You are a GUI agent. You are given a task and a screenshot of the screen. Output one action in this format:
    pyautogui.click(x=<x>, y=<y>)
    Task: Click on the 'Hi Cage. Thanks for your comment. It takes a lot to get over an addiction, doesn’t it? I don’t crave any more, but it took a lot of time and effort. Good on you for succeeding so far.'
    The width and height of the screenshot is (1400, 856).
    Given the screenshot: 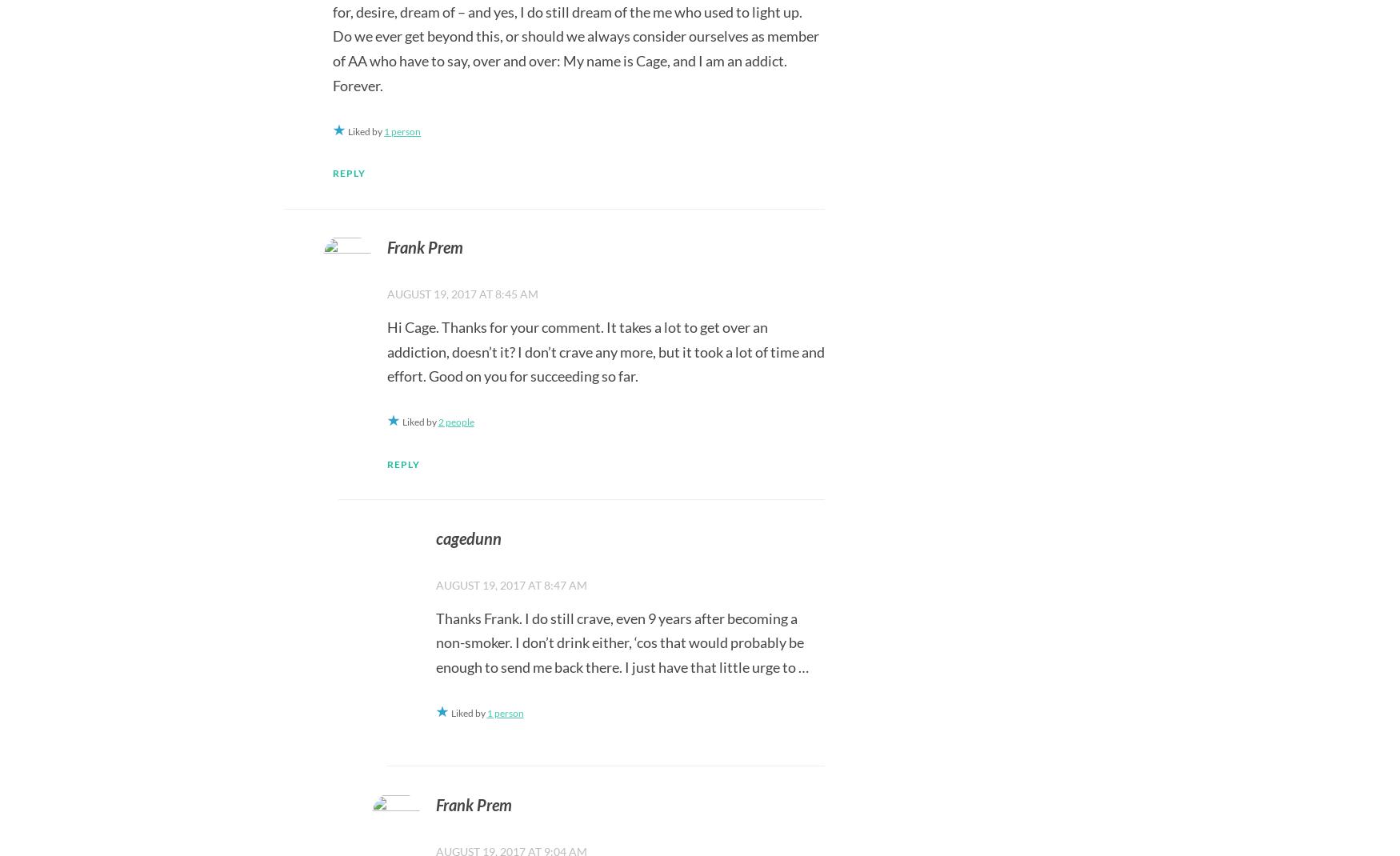 What is the action you would take?
    pyautogui.click(x=604, y=350)
    